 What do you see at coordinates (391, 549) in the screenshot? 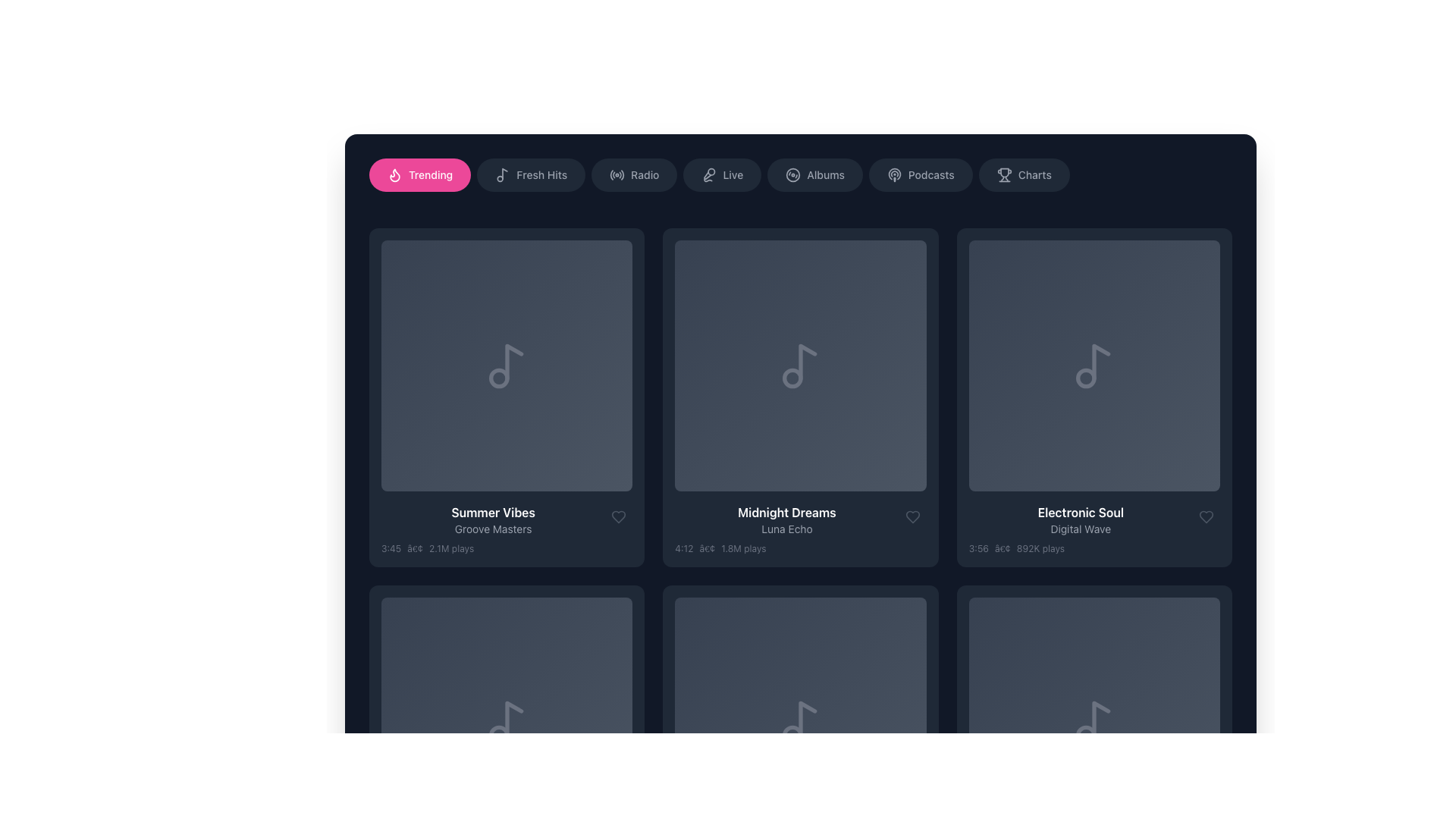
I see `the text label displaying '3:45' in gray color, located under the 'Summer Vibes' album block` at bounding box center [391, 549].